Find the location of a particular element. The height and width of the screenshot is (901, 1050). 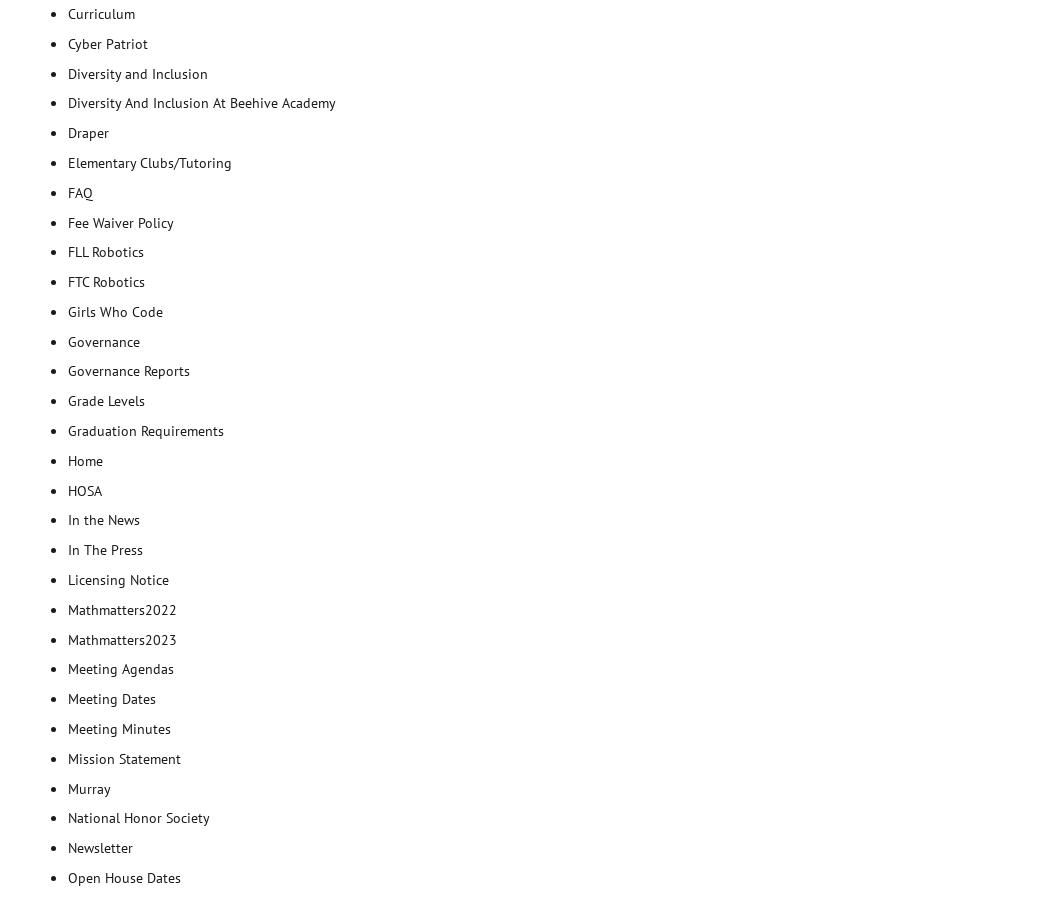

'Open House Dates' is located at coordinates (123, 878).